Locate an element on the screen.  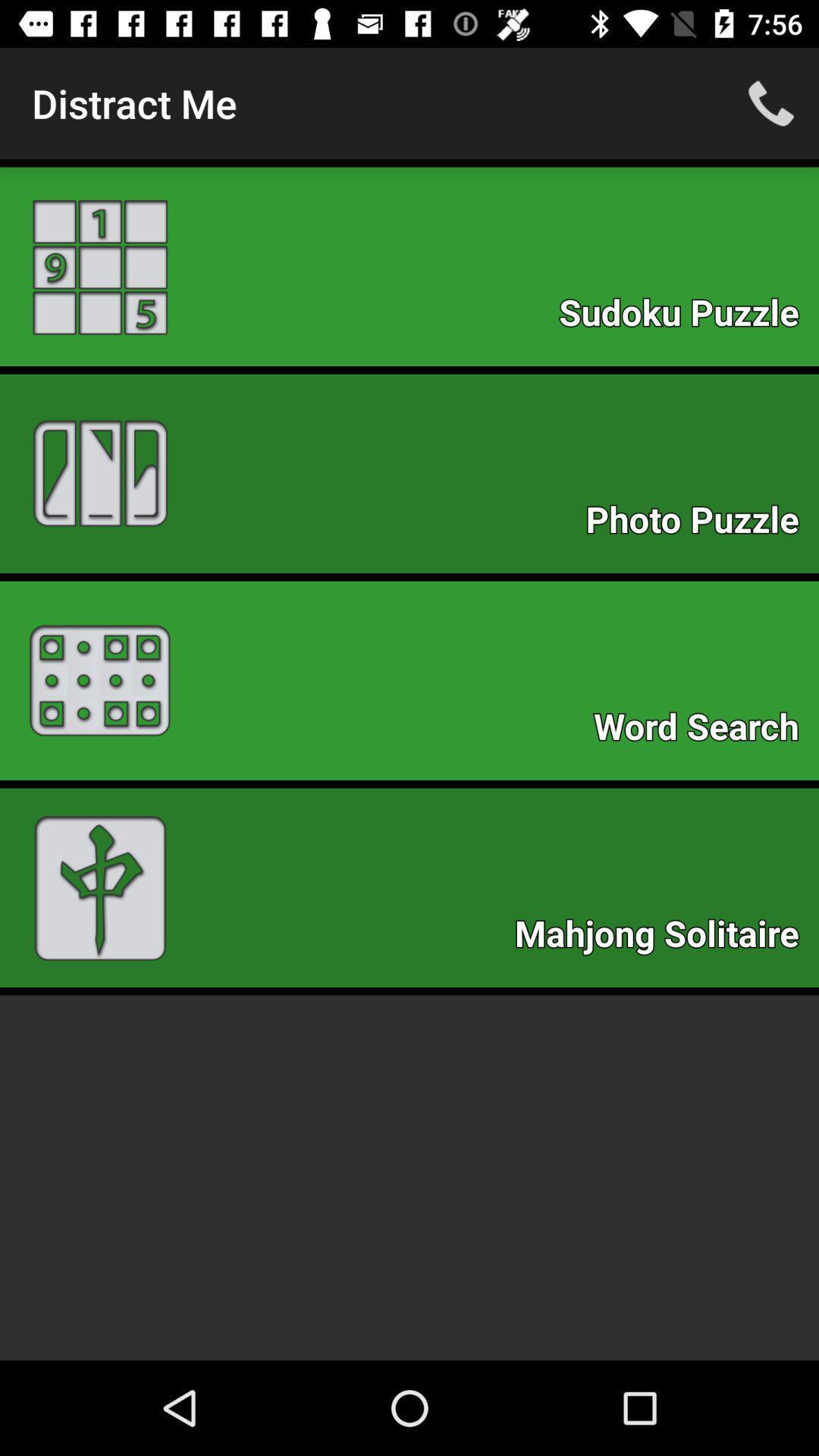
the item above mahjong solitaire icon is located at coordinates (704, 731).